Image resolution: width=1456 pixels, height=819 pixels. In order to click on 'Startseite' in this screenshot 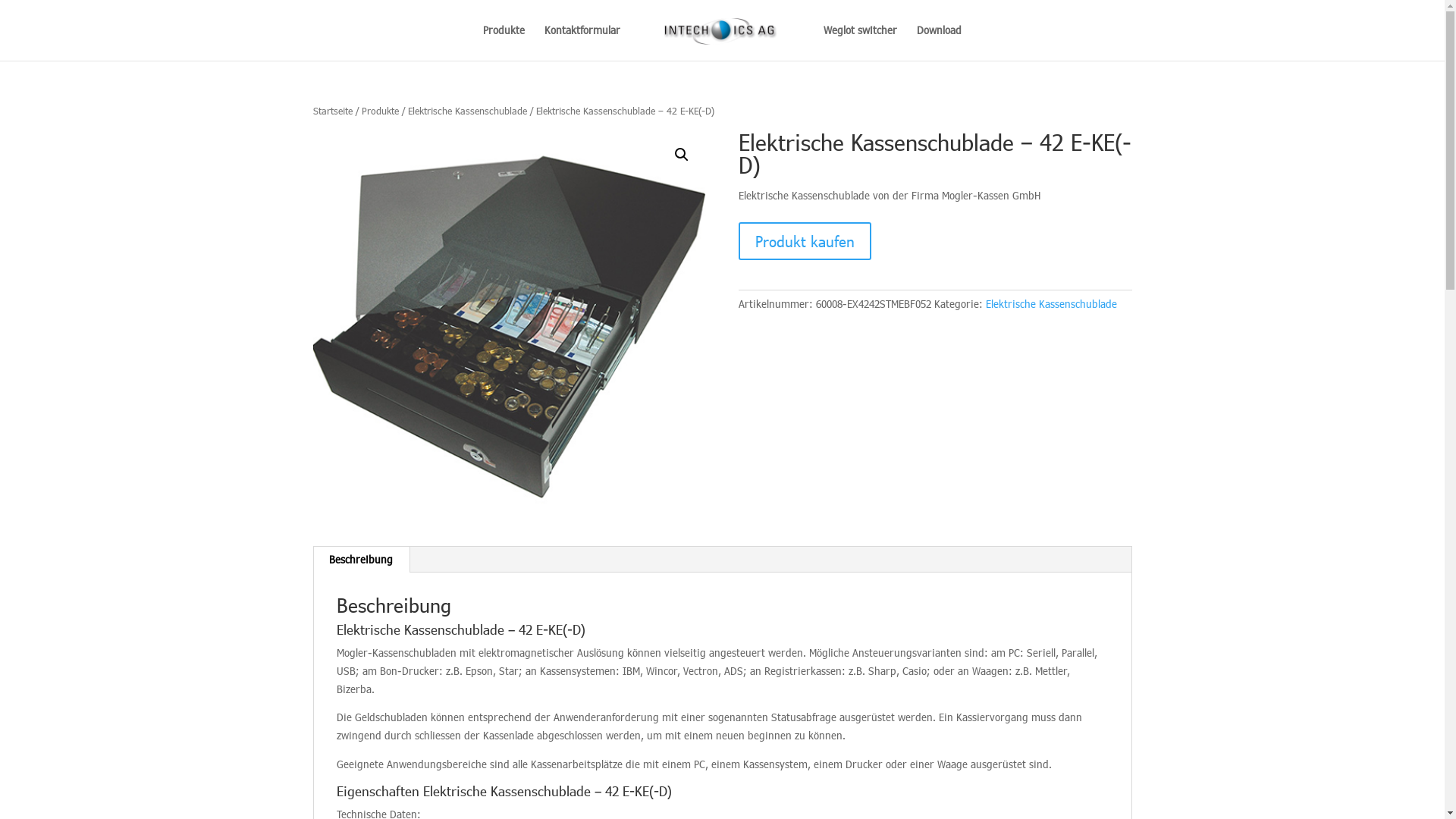, I will do `click(312, 110)`.